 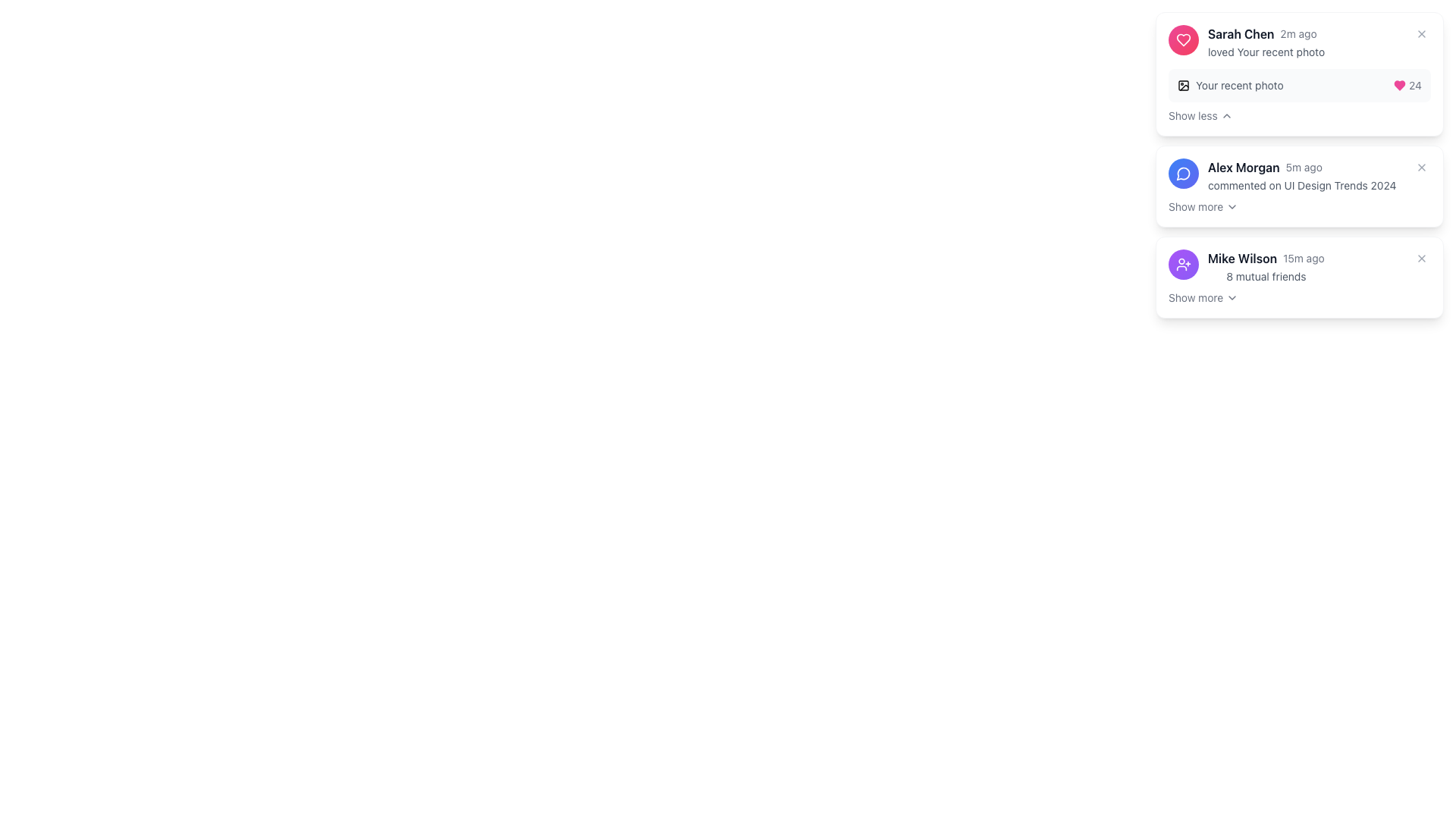 I want to click on the subtle gray text displaying 'commented on UI Design Trends 2024' located in the second notification card beneath 'Alex Morgan' and '5m ago', so click(x=1301, y=185).